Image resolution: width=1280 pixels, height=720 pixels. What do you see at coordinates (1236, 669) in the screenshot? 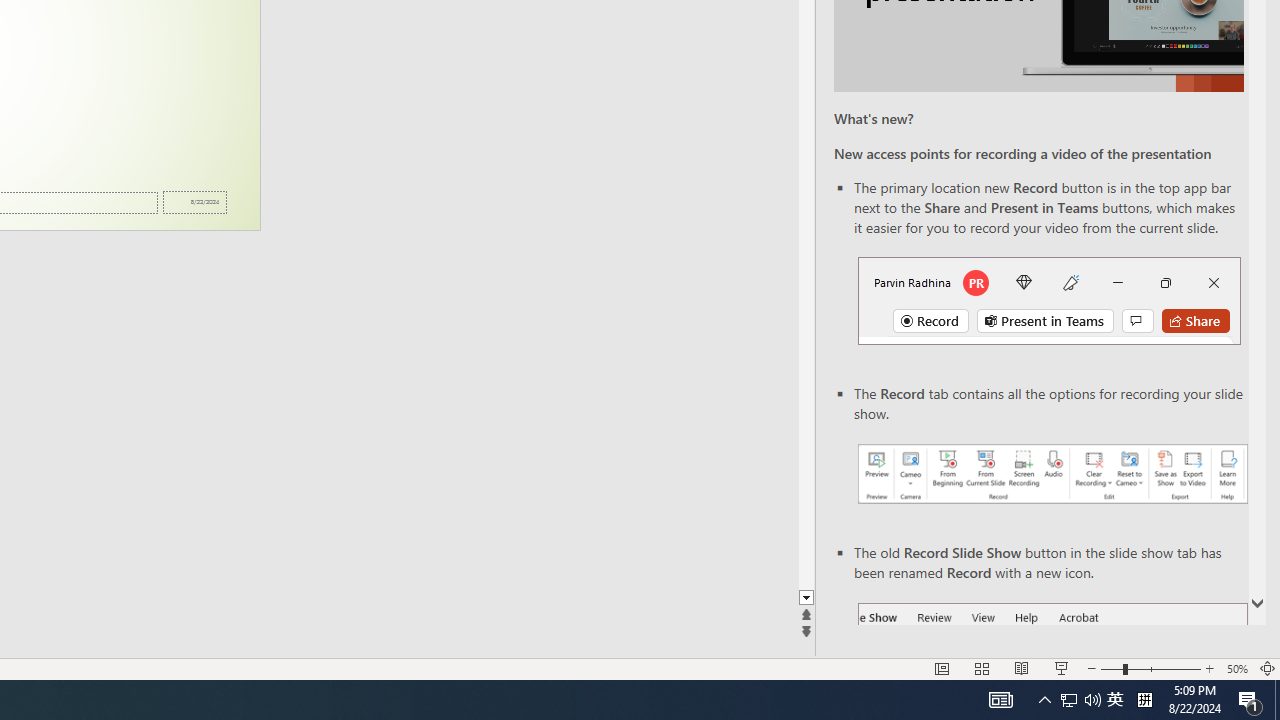
I see `'Zoom 50%'` at bounding box center [1236, 669].